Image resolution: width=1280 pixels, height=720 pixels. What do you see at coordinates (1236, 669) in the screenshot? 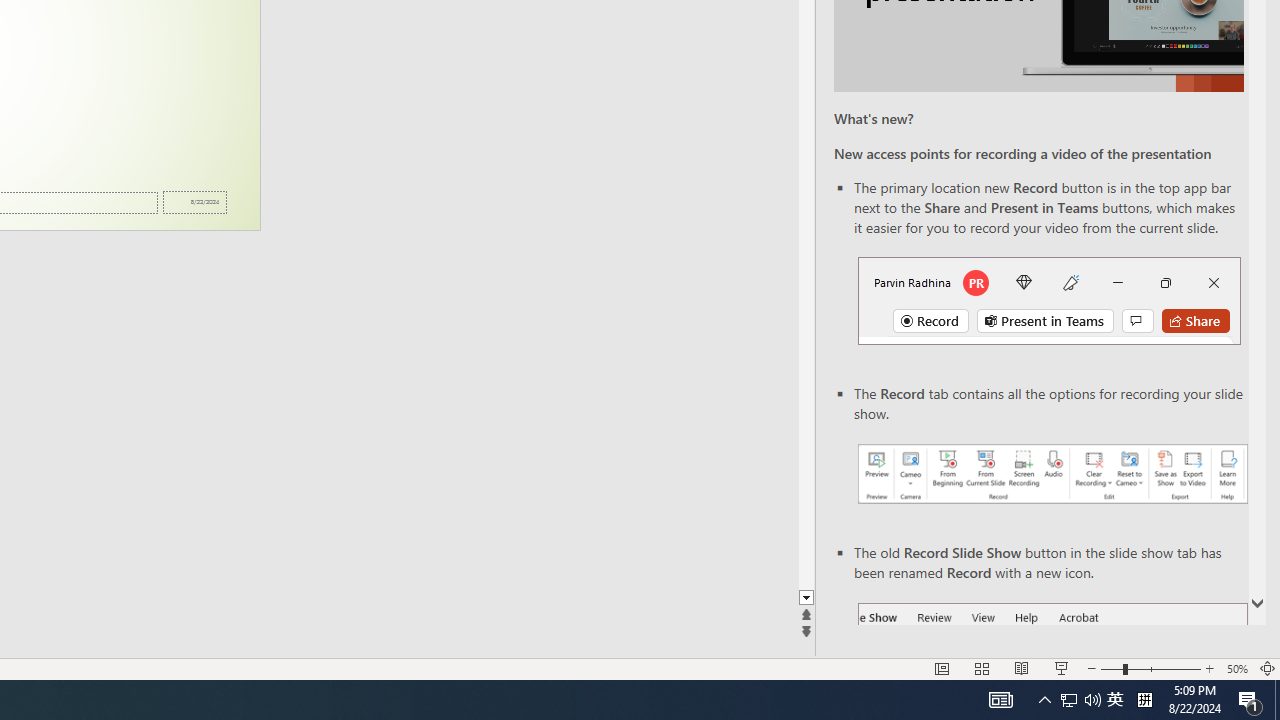
I see `'Zoom 50%'` at bounding box center [1236, 669].